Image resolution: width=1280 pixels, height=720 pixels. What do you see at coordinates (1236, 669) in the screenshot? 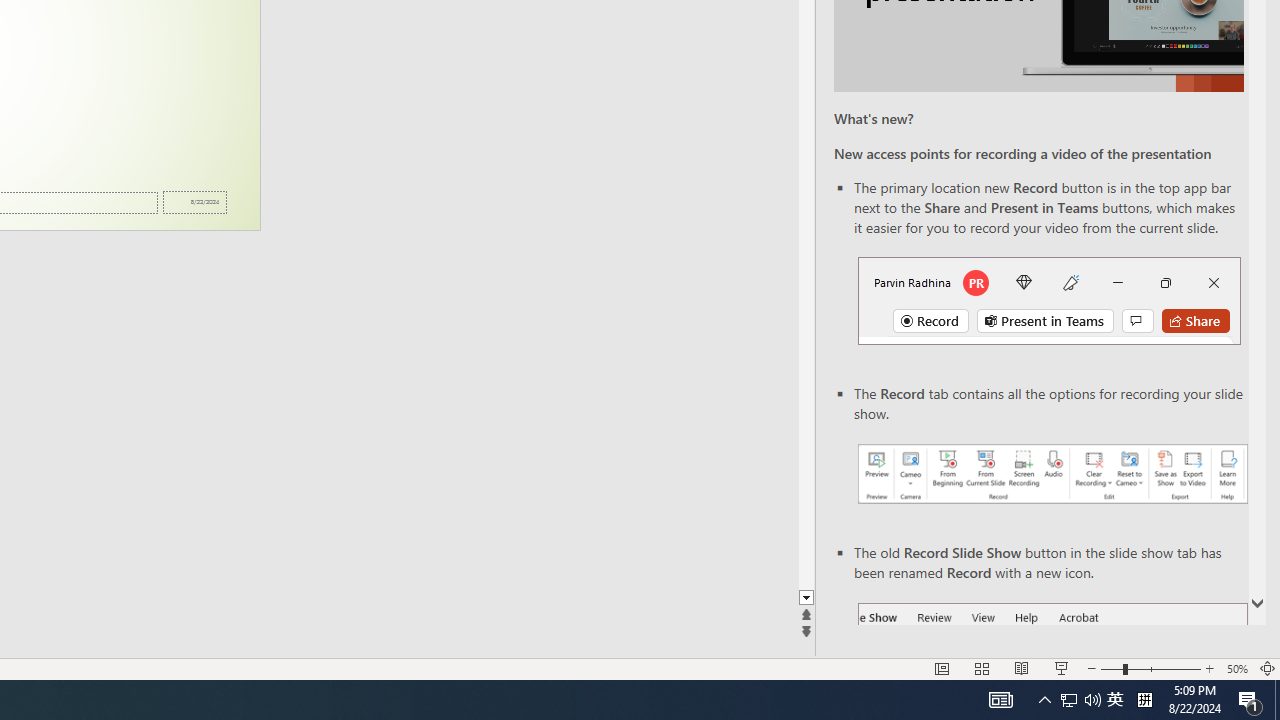
I see `'Zoom 50%'` at bounding box center [1236, 669].